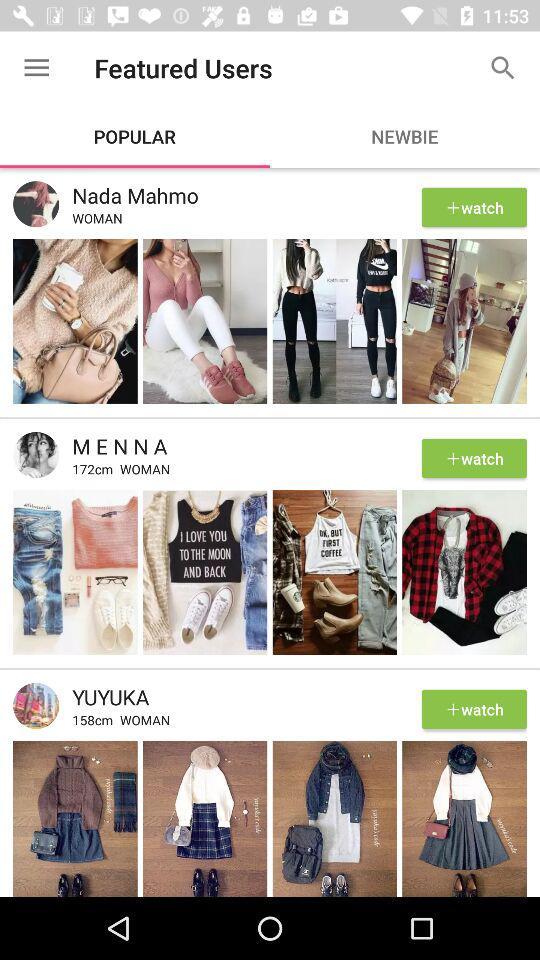 The image size is (540, 960). What do you see at coordinates (502, 68) in the screenshot?
I see `the item to the right of featured users item` at bounding box center [502, 68].